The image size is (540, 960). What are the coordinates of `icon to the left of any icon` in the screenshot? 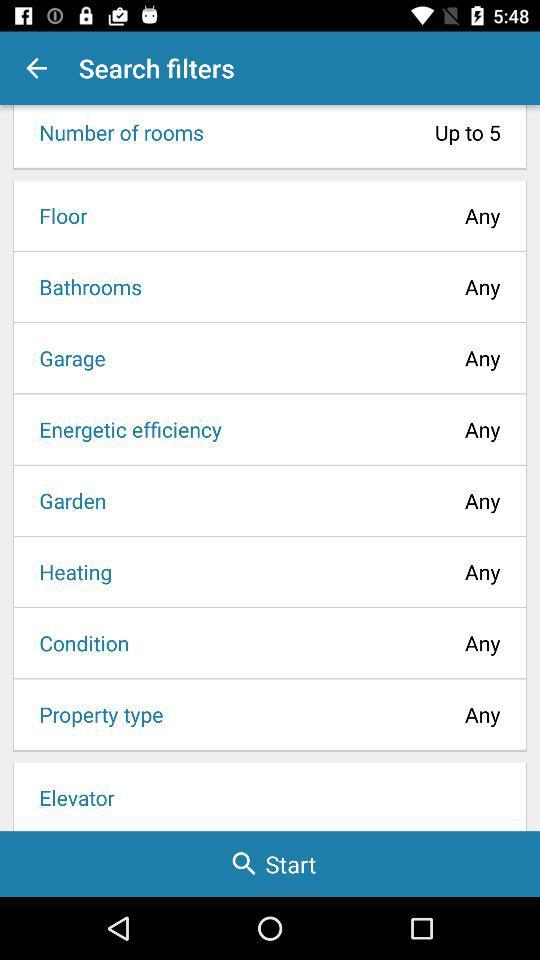 It's located at (83, 285).